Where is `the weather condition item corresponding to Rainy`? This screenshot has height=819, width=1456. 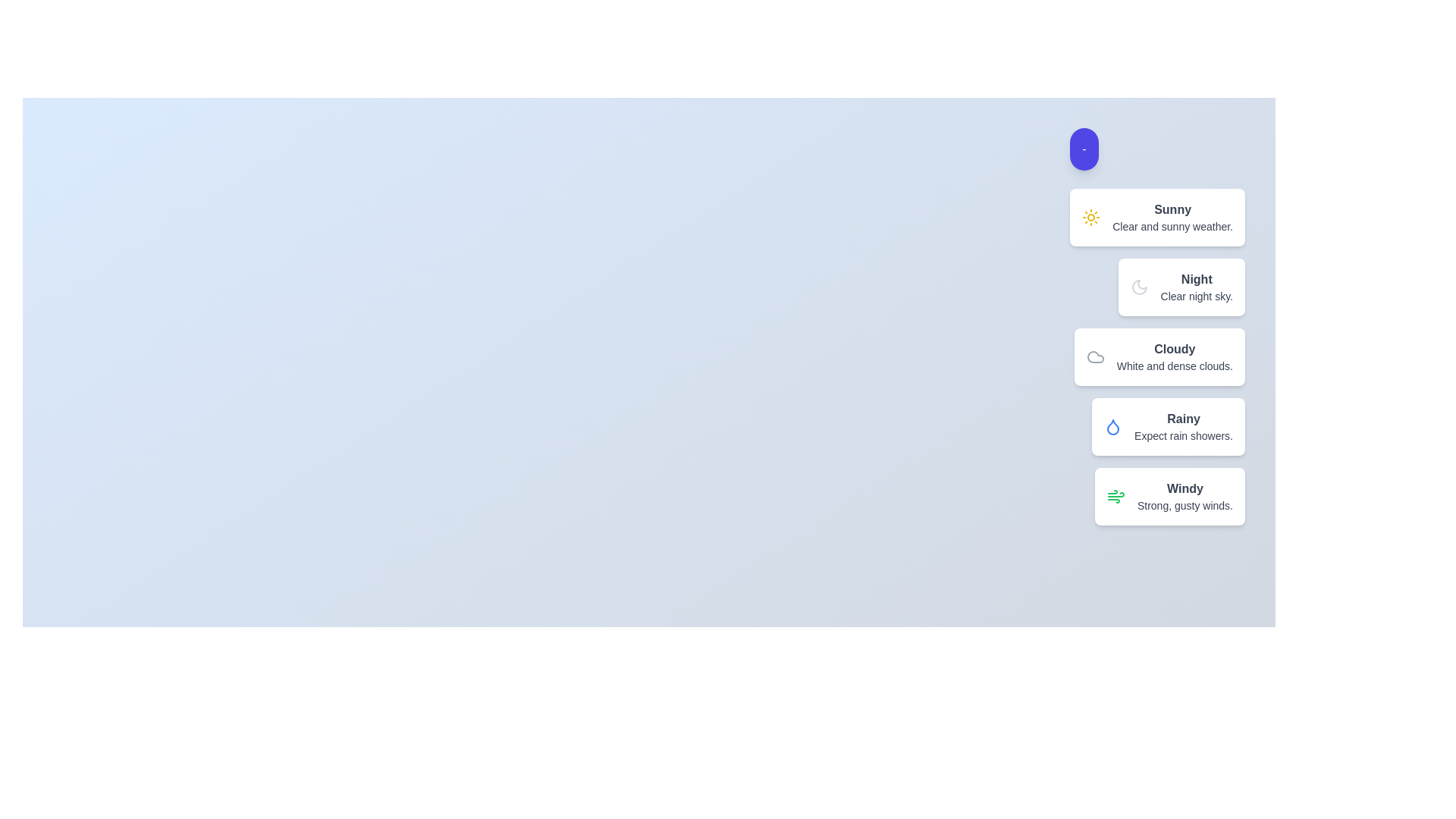 the weather condition item corresponding to Rainy is located at coordinates (1167, 427).